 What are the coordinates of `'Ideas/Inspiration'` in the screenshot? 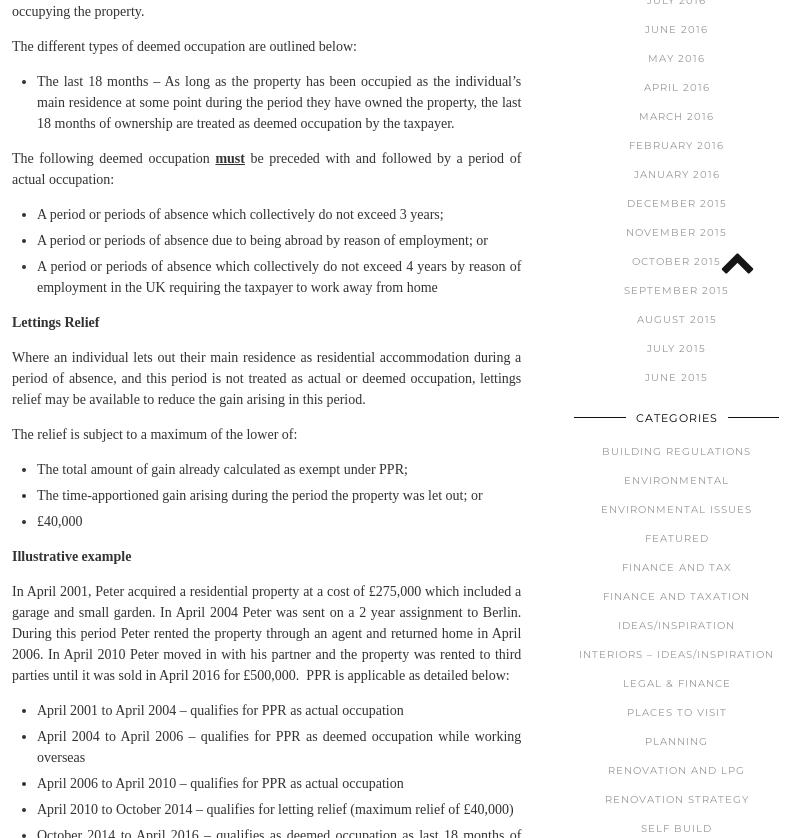 It's located at (618, 624).